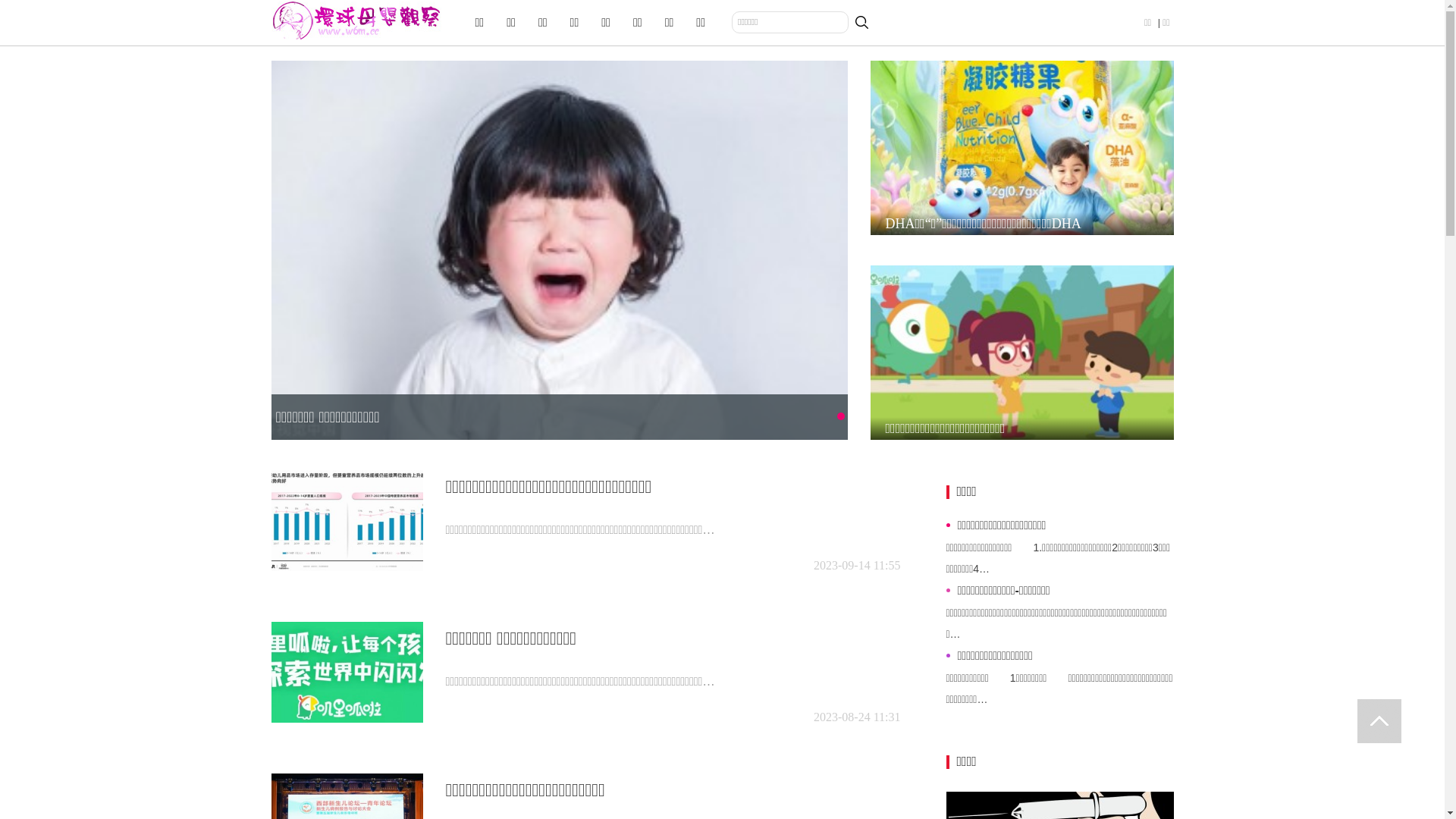  I want to click on '2023-08-24 11:31', so click(857, 717).